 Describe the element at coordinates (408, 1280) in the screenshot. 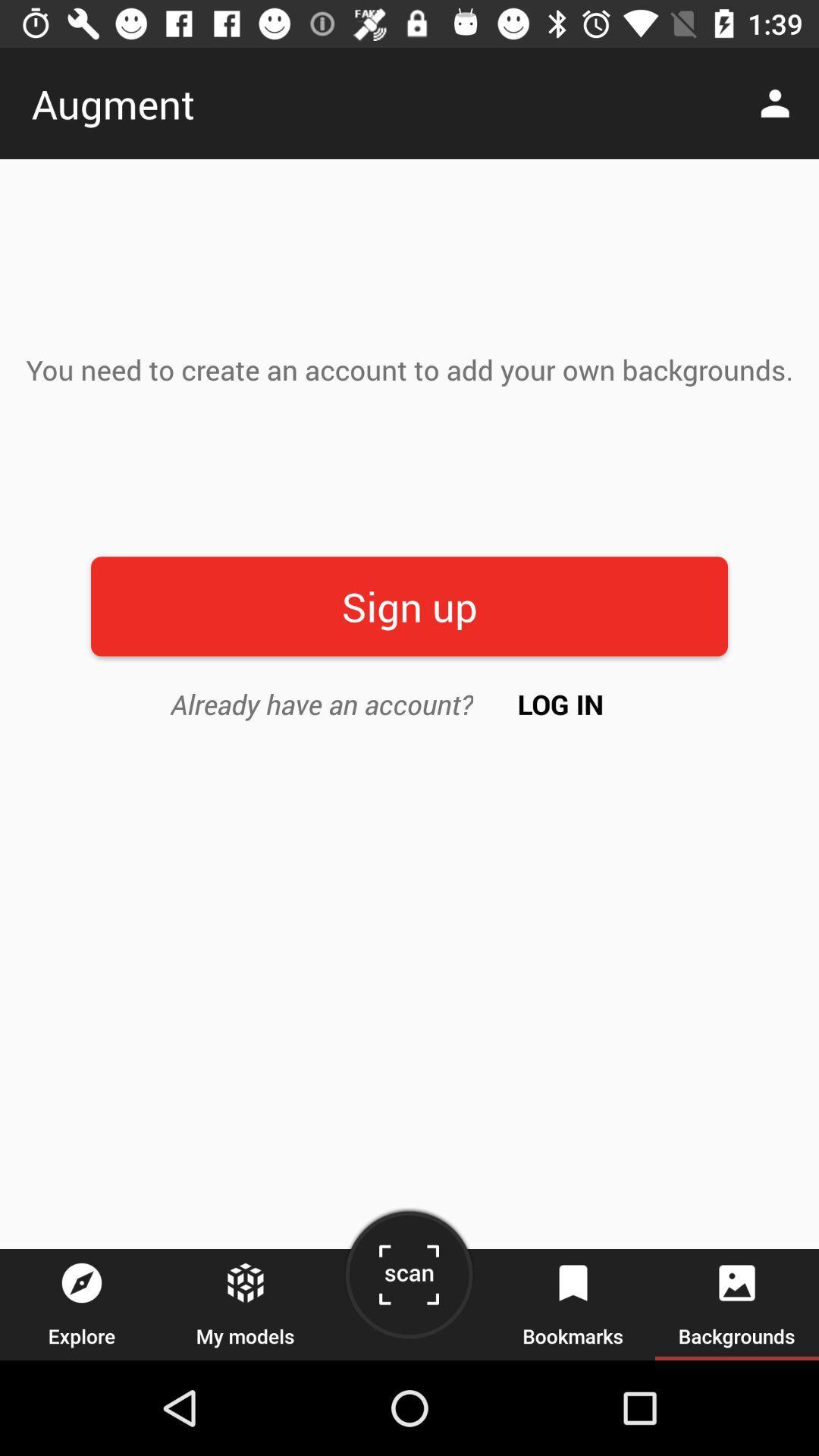

I see `the item next to my models icon` at that location.